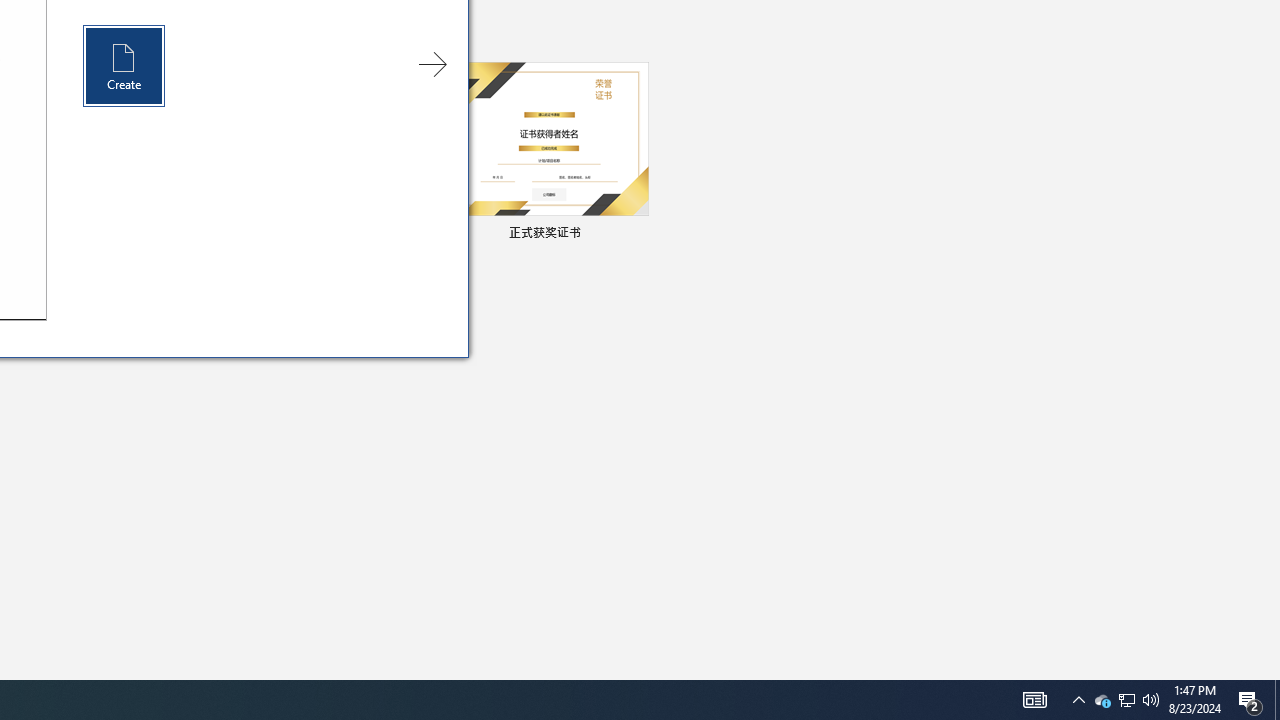 The width and height of the screenshot is (1280, 720). I want to click on 'Next Template', so click(431, 63).